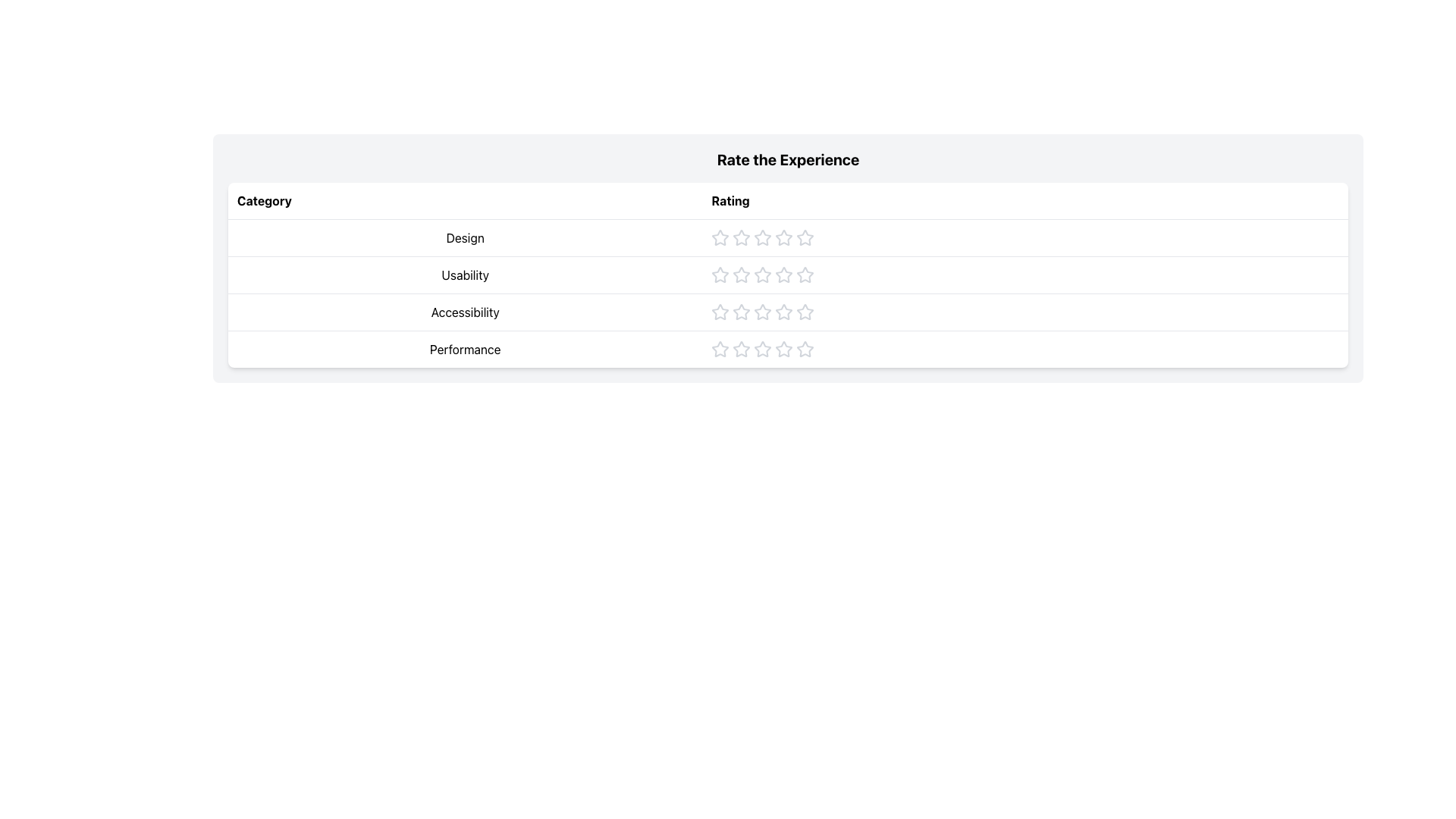  What do you see at coordinates (464, 237) in the screenshot?
I see `the 'Design' category label in the first row of the 'Category' column of the table, which indicates the category for user feedback or reviews` at bounding box center [464, 237].